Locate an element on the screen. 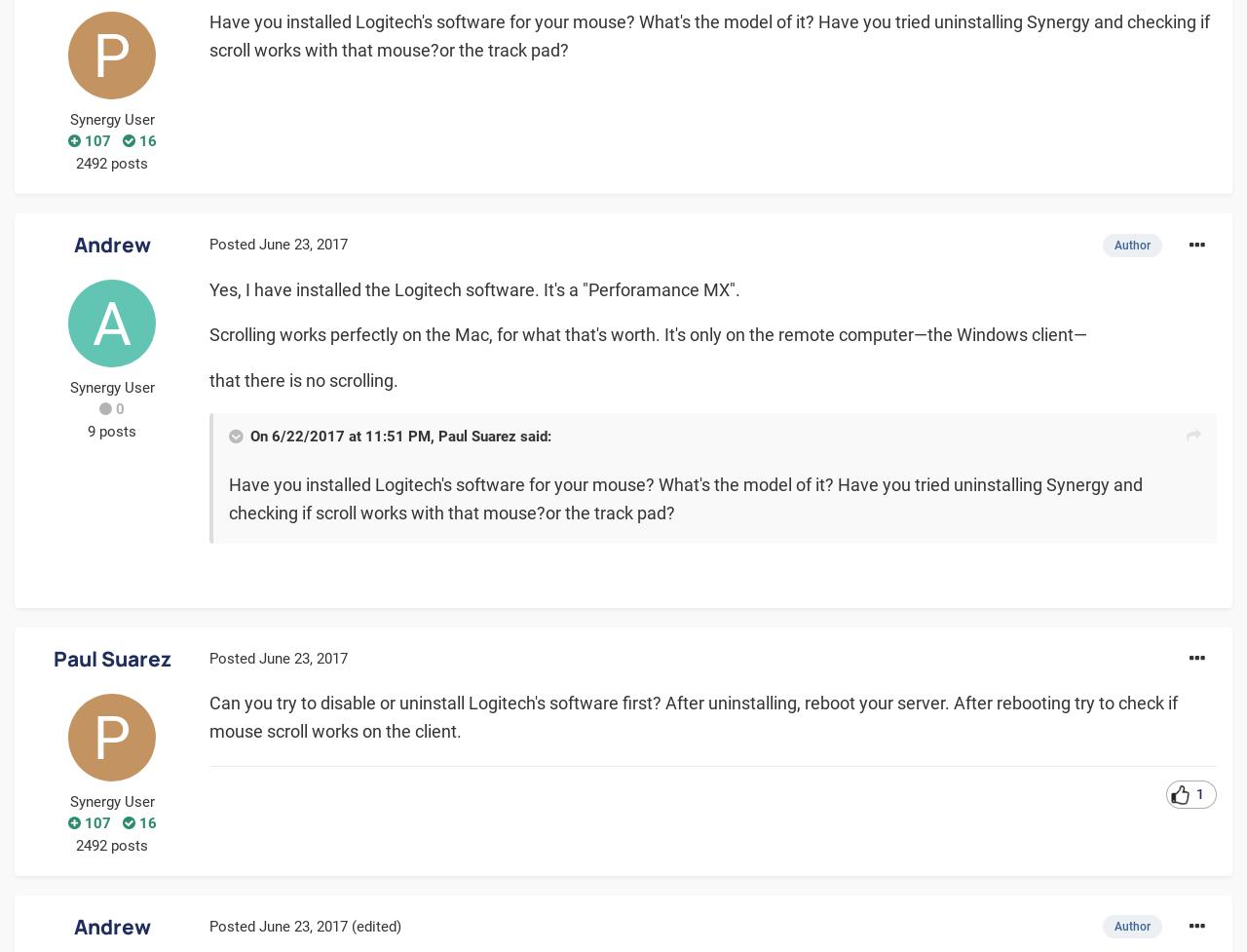  '0' is located at coordinates (117, 409).